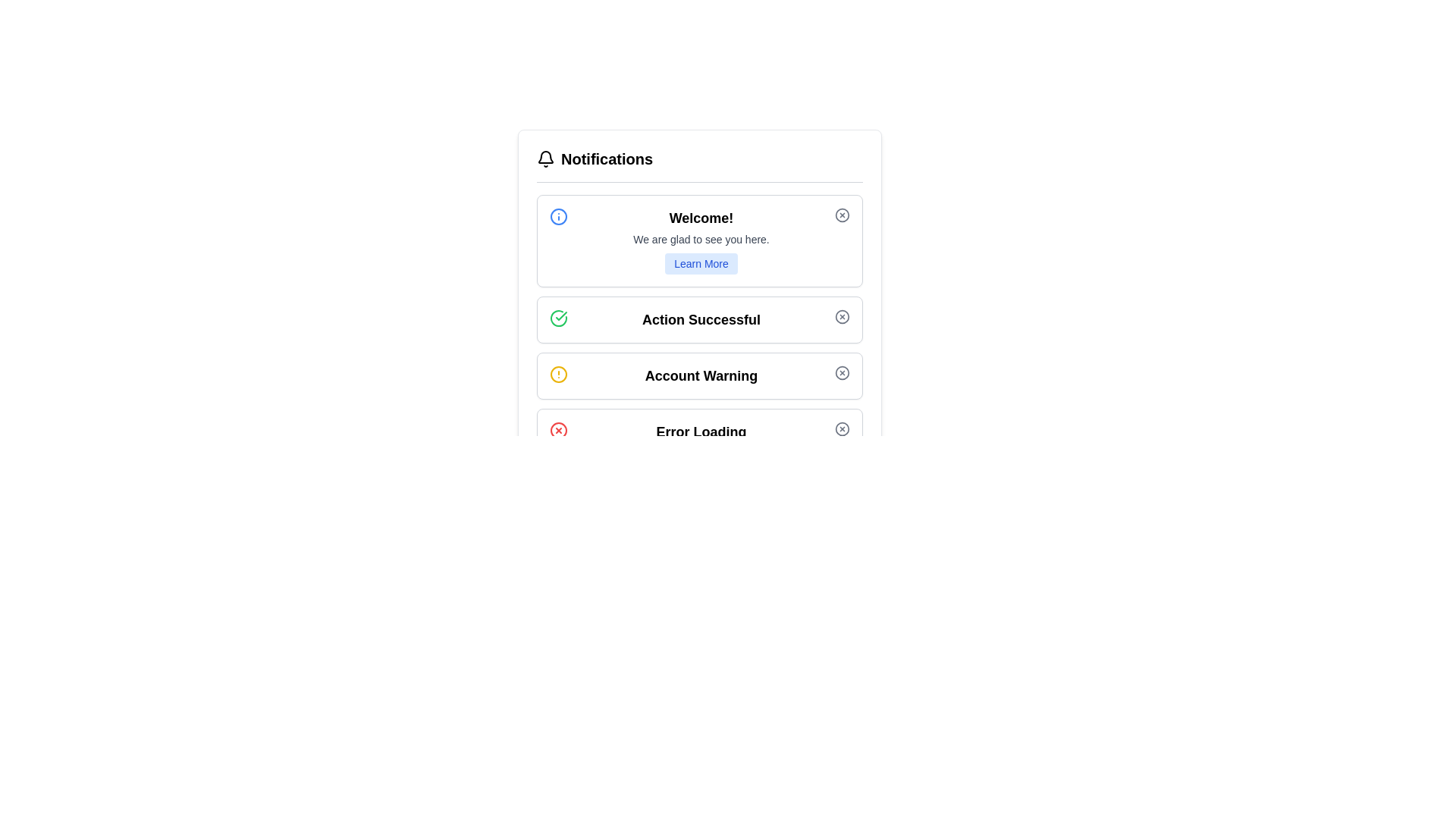 The height and width of the screenshot is (819, 1456). What do you see at coordinates (841, 373) in the screenshot?
I see `the circular dismiss button with a grayish outline and a darker gray 'X' in the 'Account Warning' notification tile` at bounding box center [841, 373].